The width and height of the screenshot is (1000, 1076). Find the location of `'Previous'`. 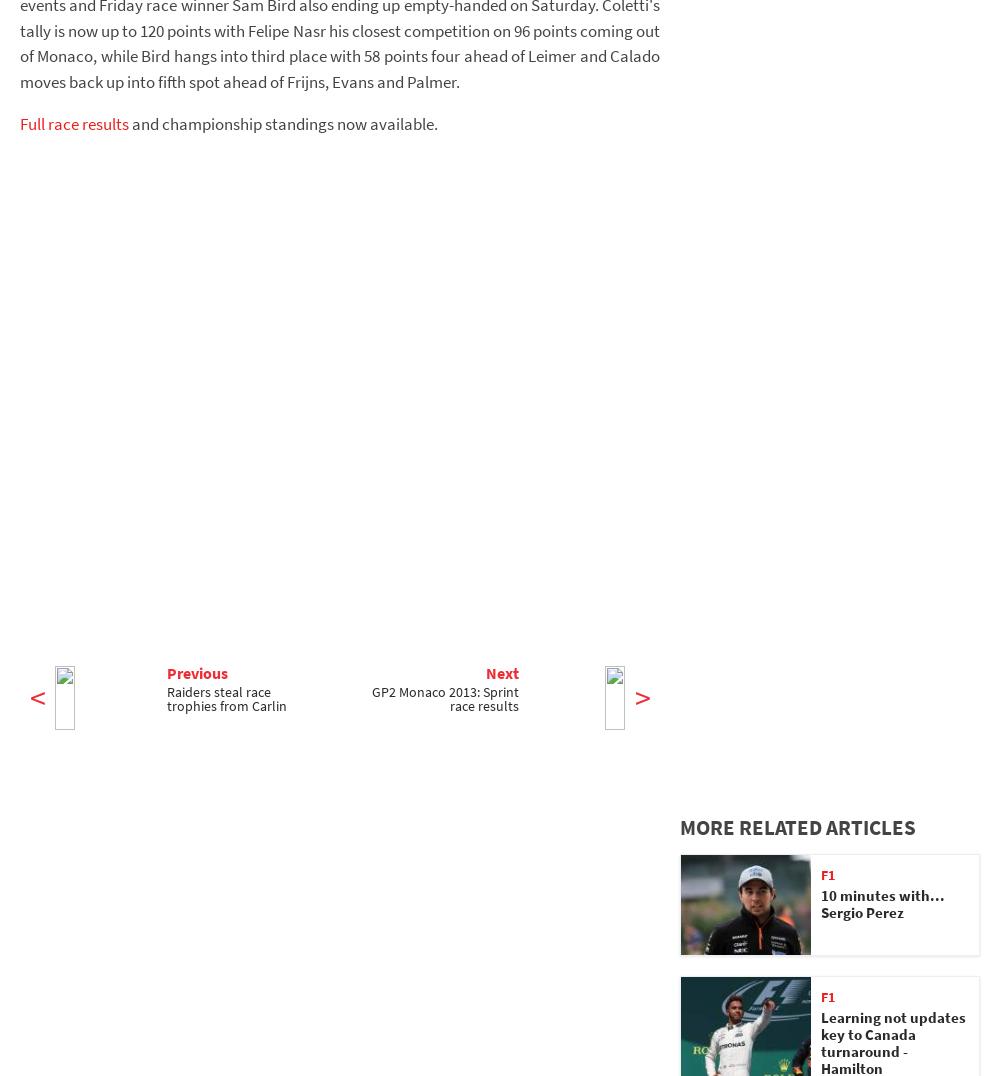

'Previous' is located at coordinates (196, 670).